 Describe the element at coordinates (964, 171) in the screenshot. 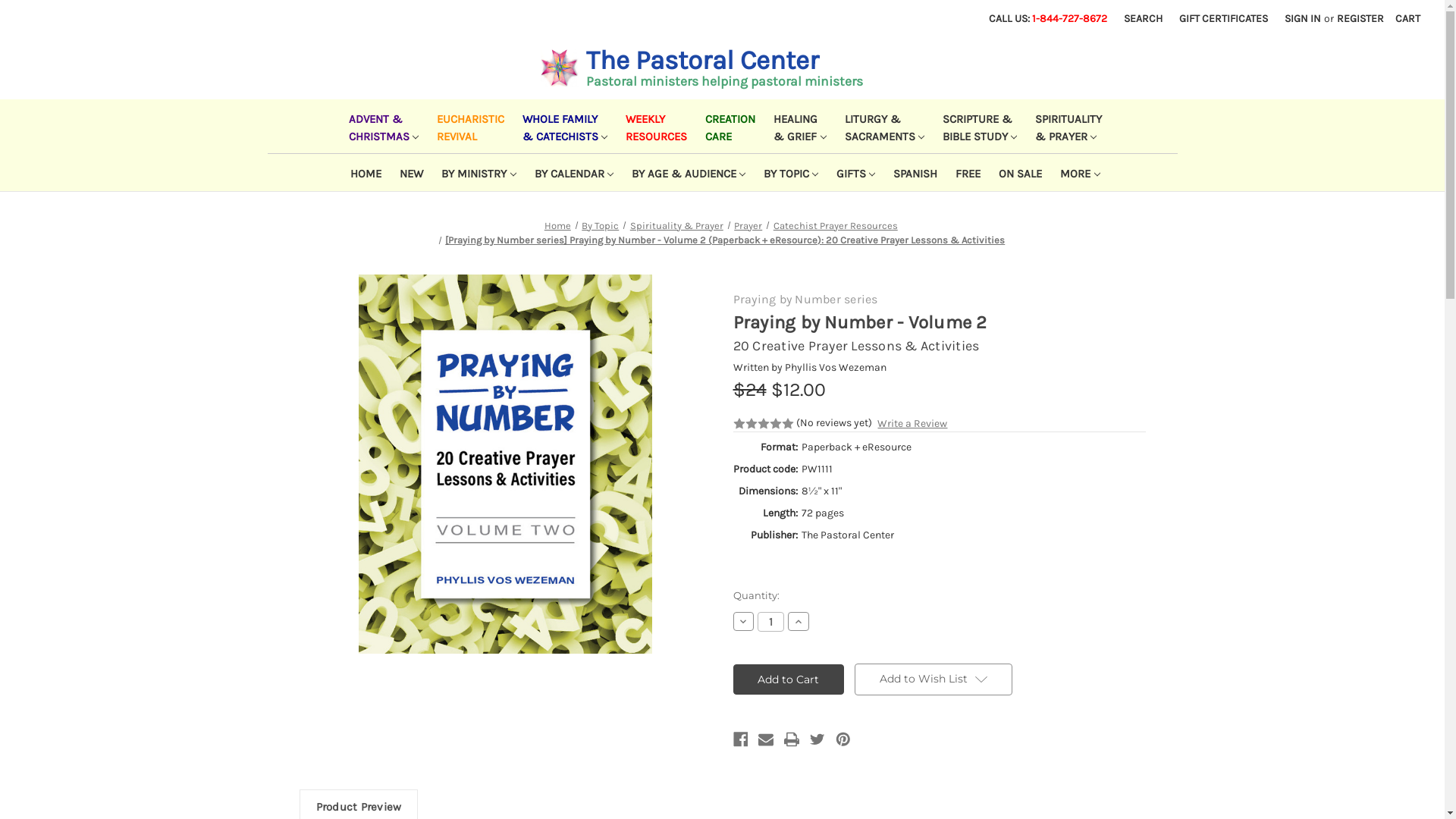

I see `'FREE'` at that location.